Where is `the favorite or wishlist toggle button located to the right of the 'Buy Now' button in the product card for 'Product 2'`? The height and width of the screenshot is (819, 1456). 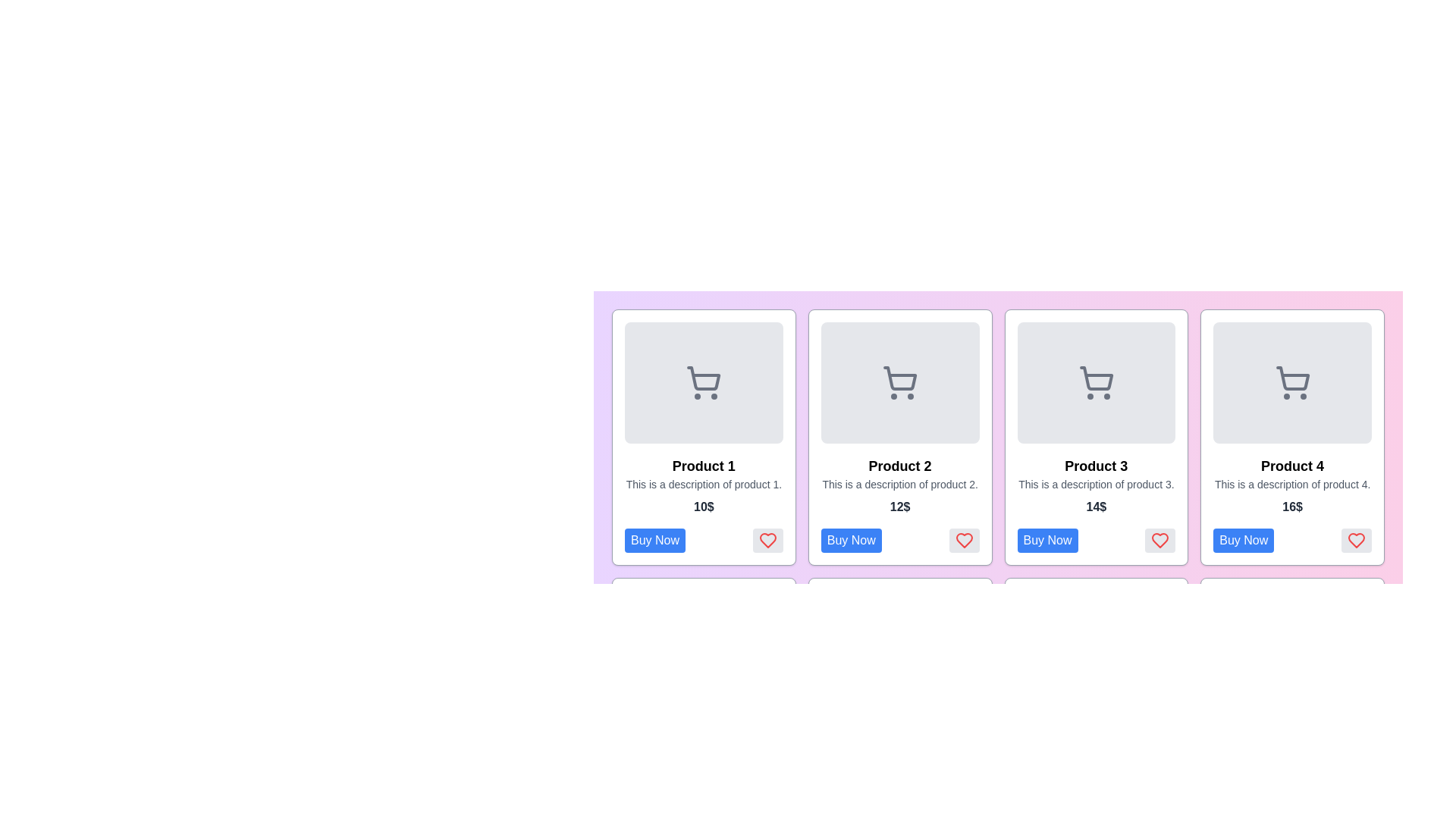 the favorite or wishlist toggle button located to the right of the 'Buy Now' button in the product card for 'Product 2' is located at coordinates (963, 540).